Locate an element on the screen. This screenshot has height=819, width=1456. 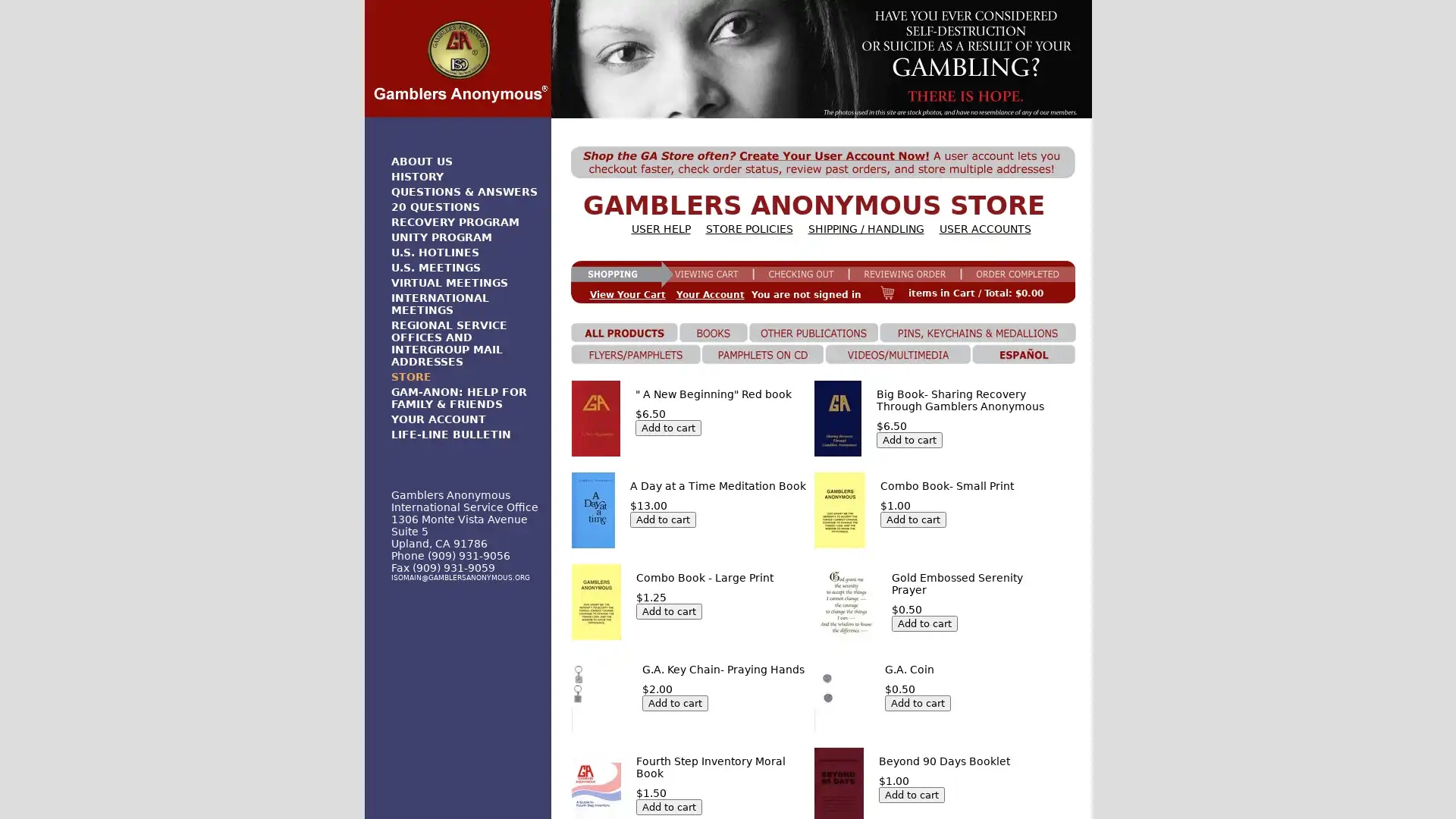
Add to cart is located at coordinates (667, 427).